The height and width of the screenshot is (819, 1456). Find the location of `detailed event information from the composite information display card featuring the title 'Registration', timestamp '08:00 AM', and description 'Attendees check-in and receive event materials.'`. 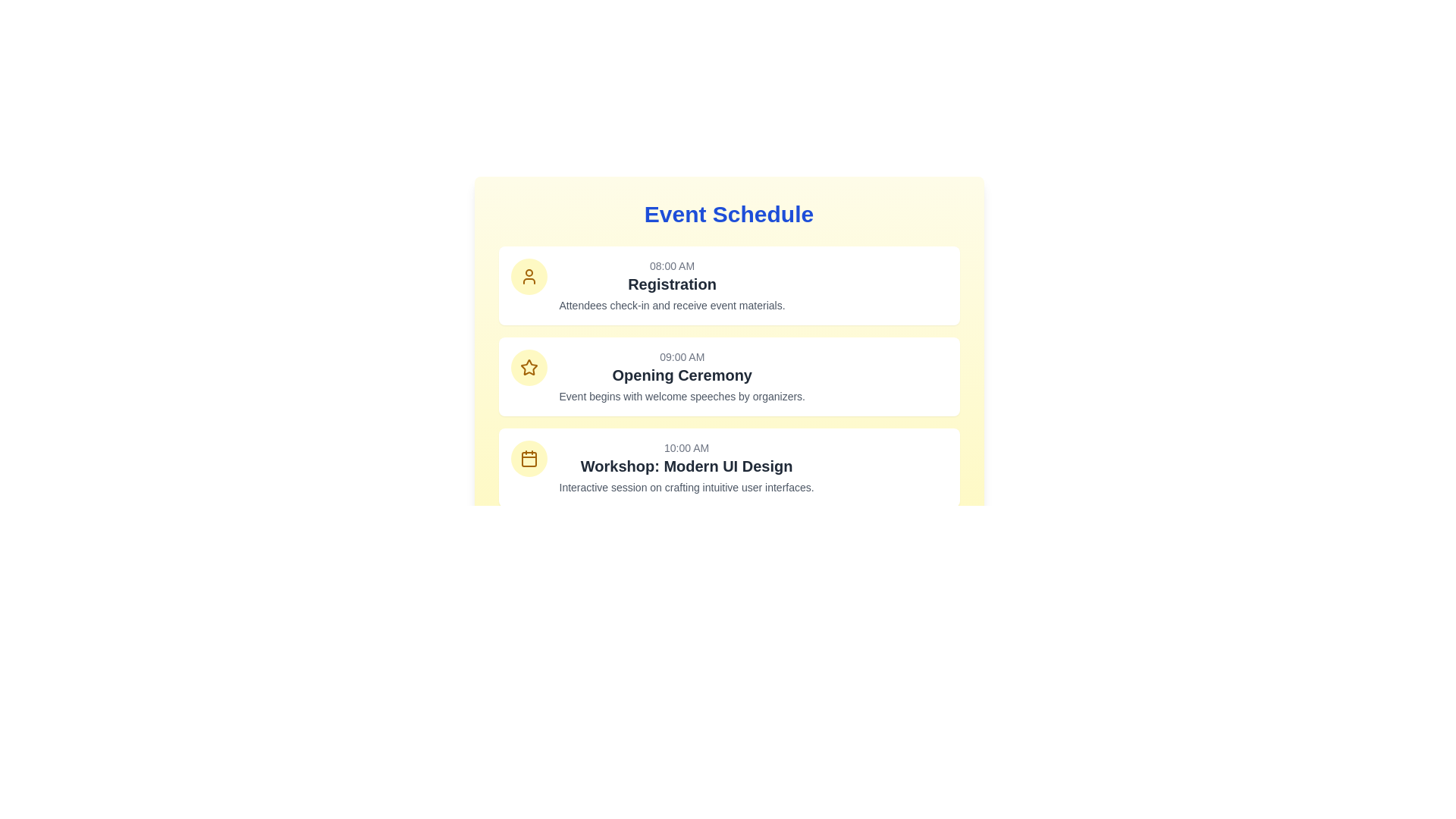

detailed event information from the composite information display card featuring the title 'Registration', timestamp '08:00 AM', and description 'Attendees check-in and receive event materials.' is located at coordinates (729, 286).